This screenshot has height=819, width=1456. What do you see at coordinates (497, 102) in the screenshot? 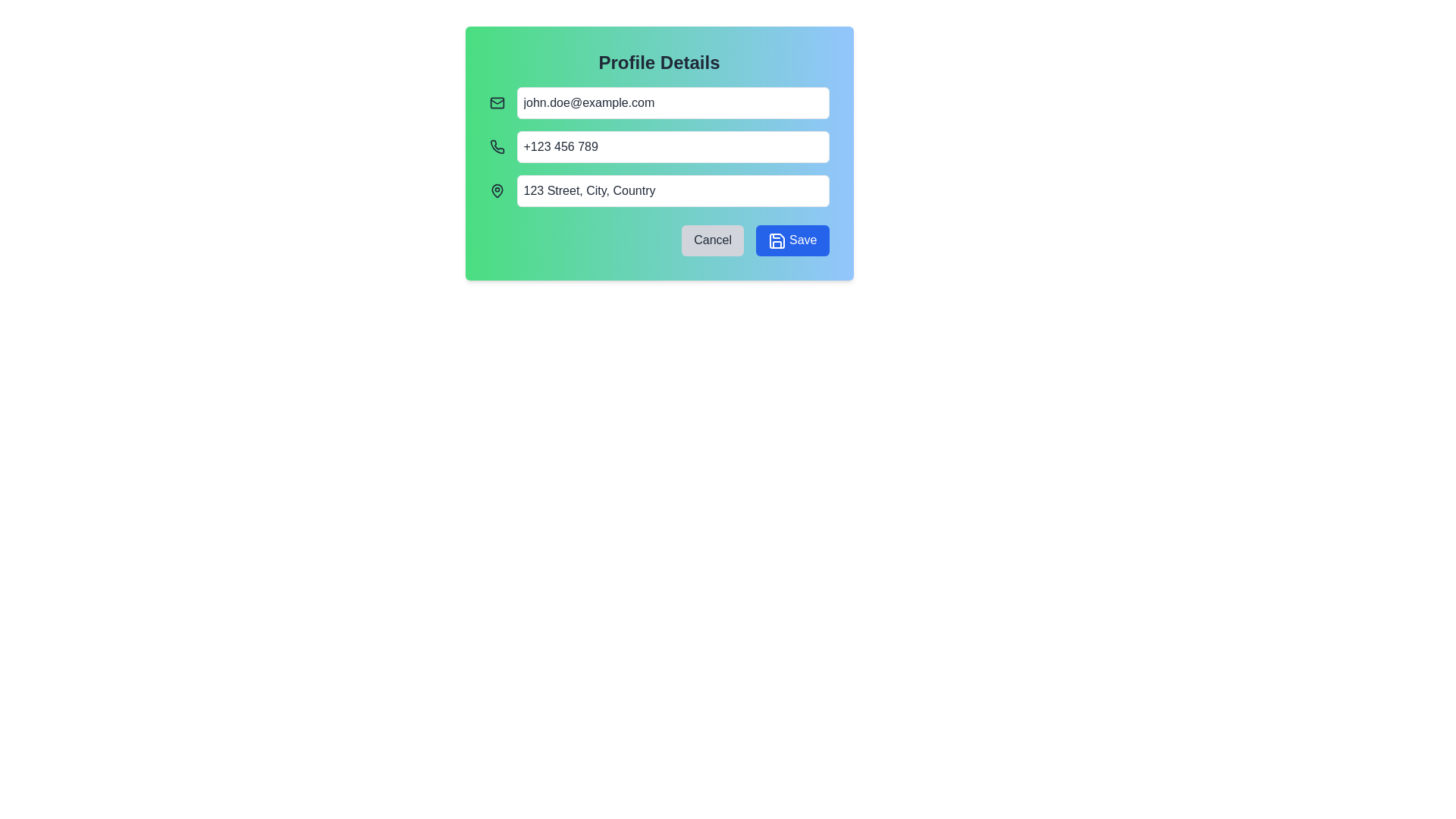
I see `the small envelope-shaped icon, which is outlined and located next to the email input field labeled 'john.doe@example.com'` at bounding box center [497, 102].